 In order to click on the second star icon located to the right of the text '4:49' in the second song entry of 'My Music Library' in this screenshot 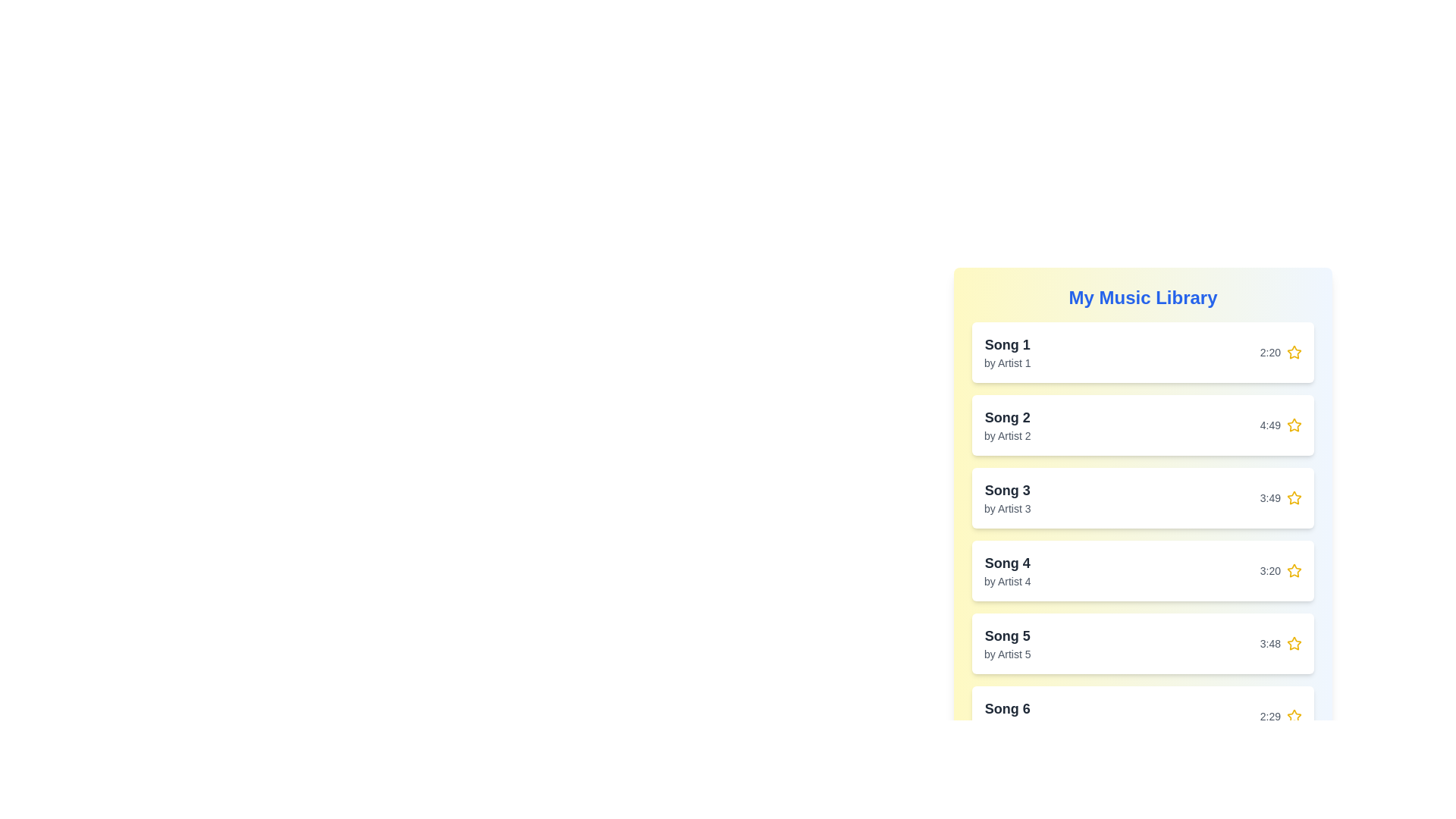, I will do `click(1294, 425)`.